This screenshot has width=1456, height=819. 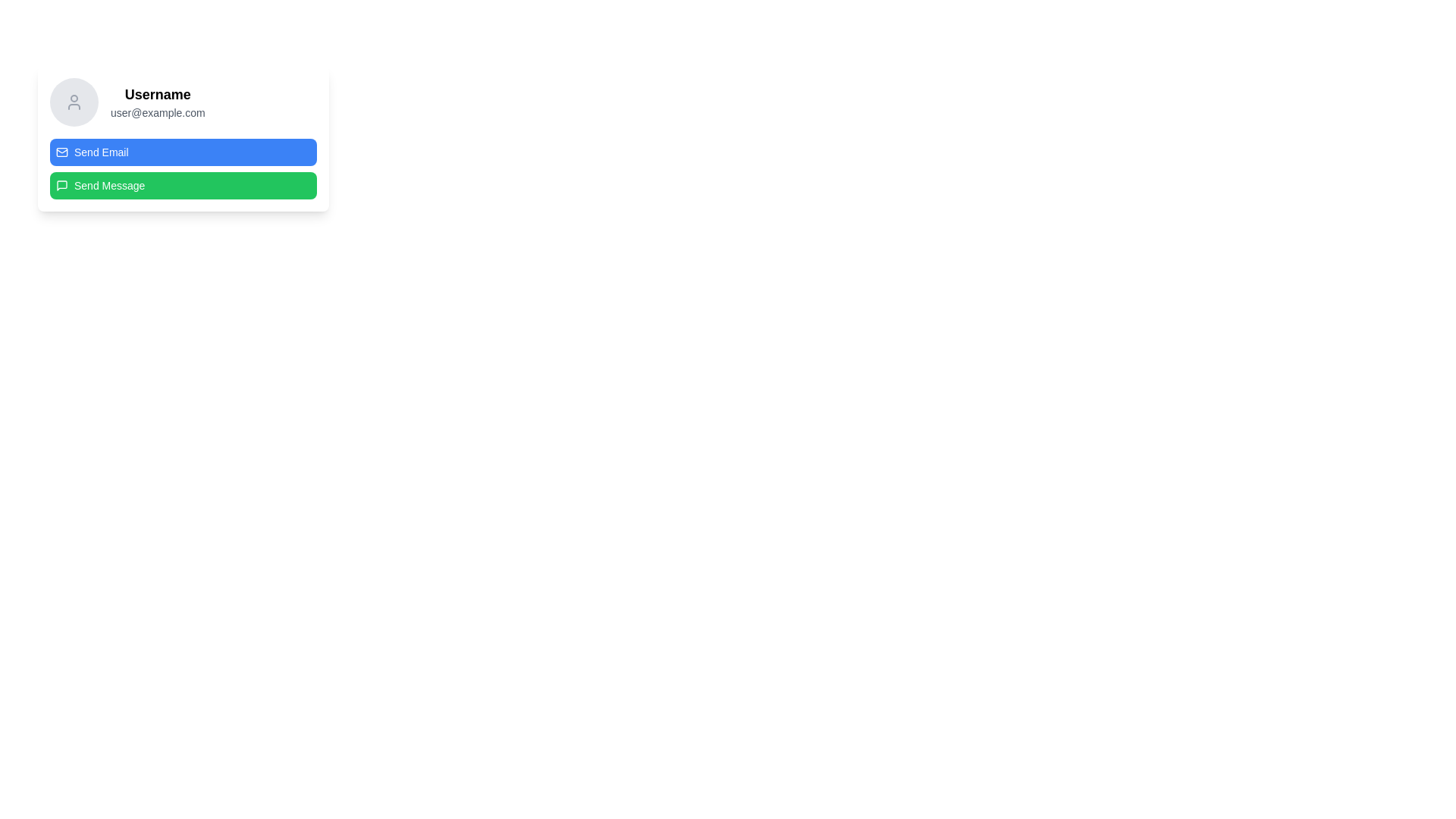 I want to click on the Label with Avatar, which consists of a circular gray placeholder with a user icon on the left and stacked text displaying a bold username ('Username') and a smaller email address ('user@example.com') on the right, so click(x=182, y=102).